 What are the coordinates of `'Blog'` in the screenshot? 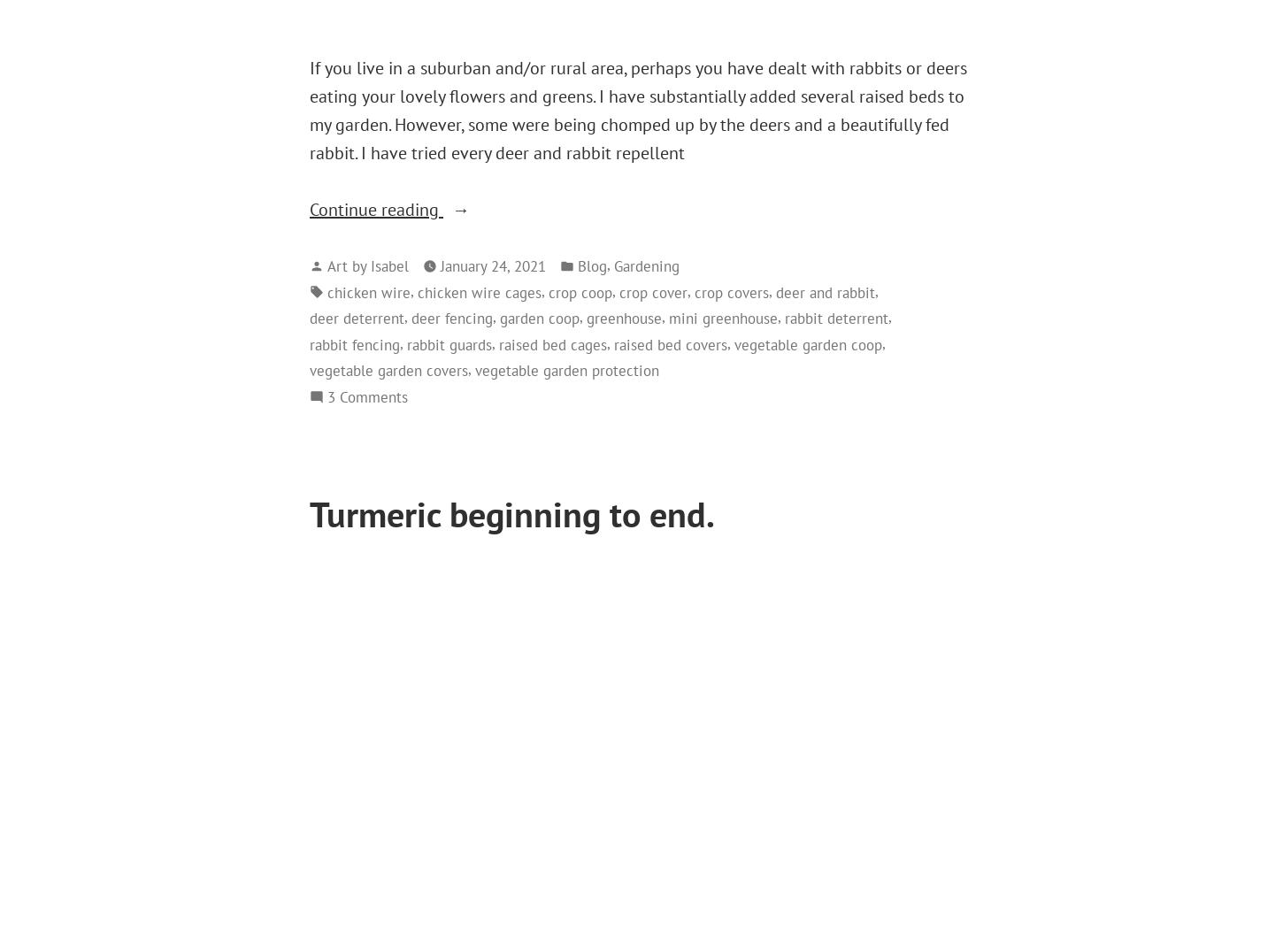 It's located at (591, 264).